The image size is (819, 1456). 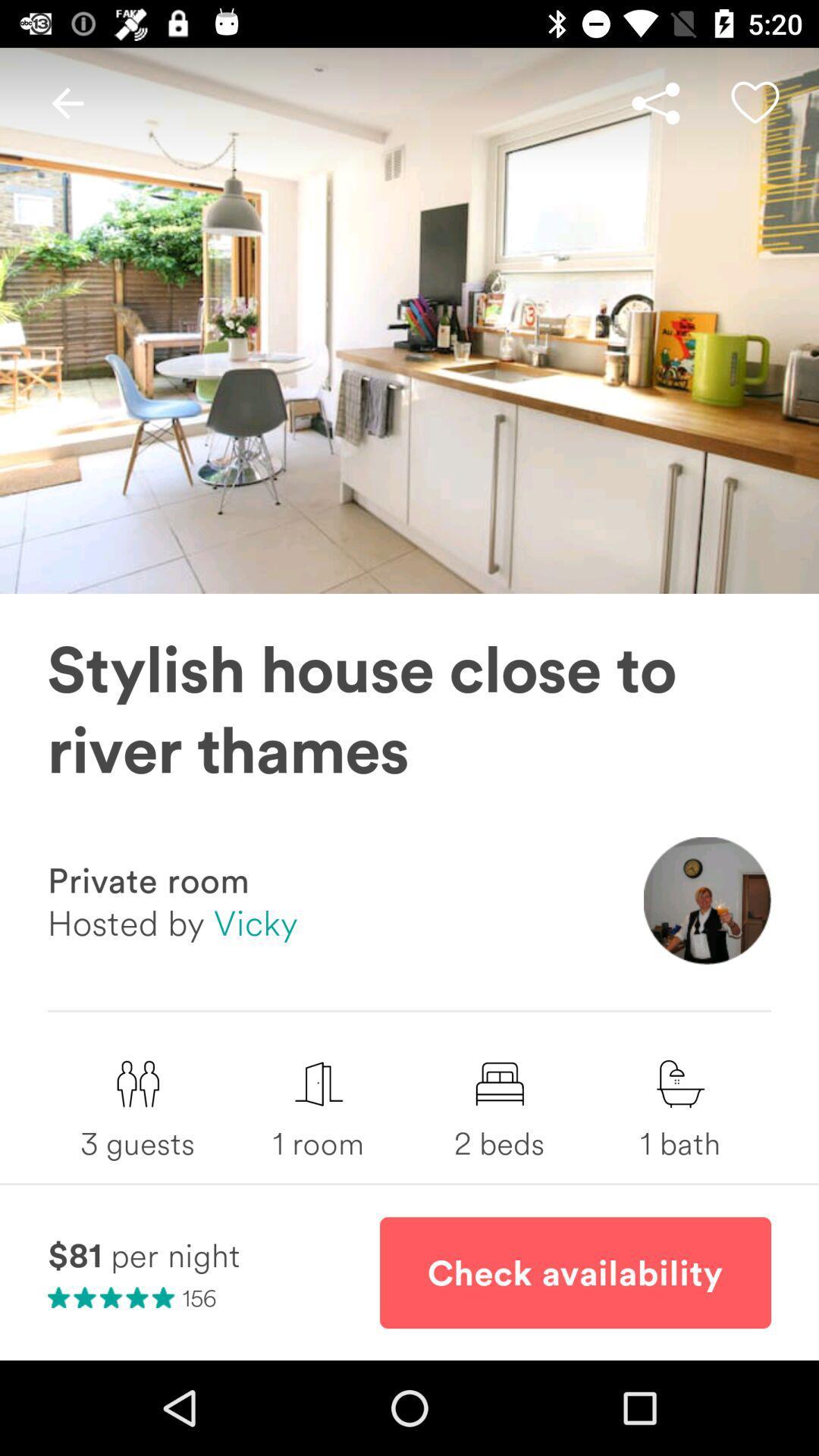 What do you see at coordinates (171, 921) in the screenshot?
I see `hosted by vicky` at bounding box center [171, 921].